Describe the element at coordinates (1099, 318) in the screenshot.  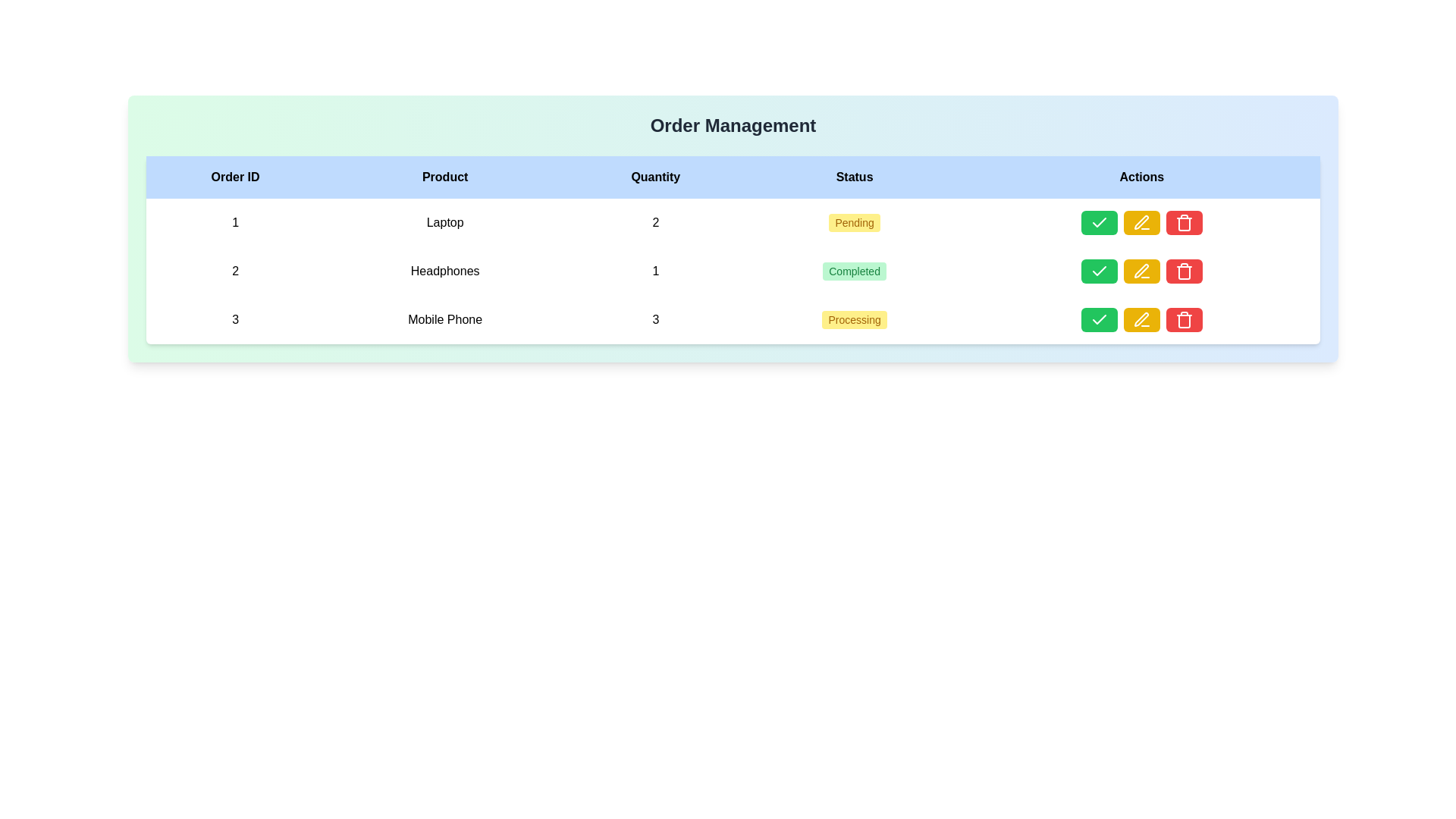
I see `the green check mark button located in the 'Actions' column of the third row in the tabular interface` at that location.